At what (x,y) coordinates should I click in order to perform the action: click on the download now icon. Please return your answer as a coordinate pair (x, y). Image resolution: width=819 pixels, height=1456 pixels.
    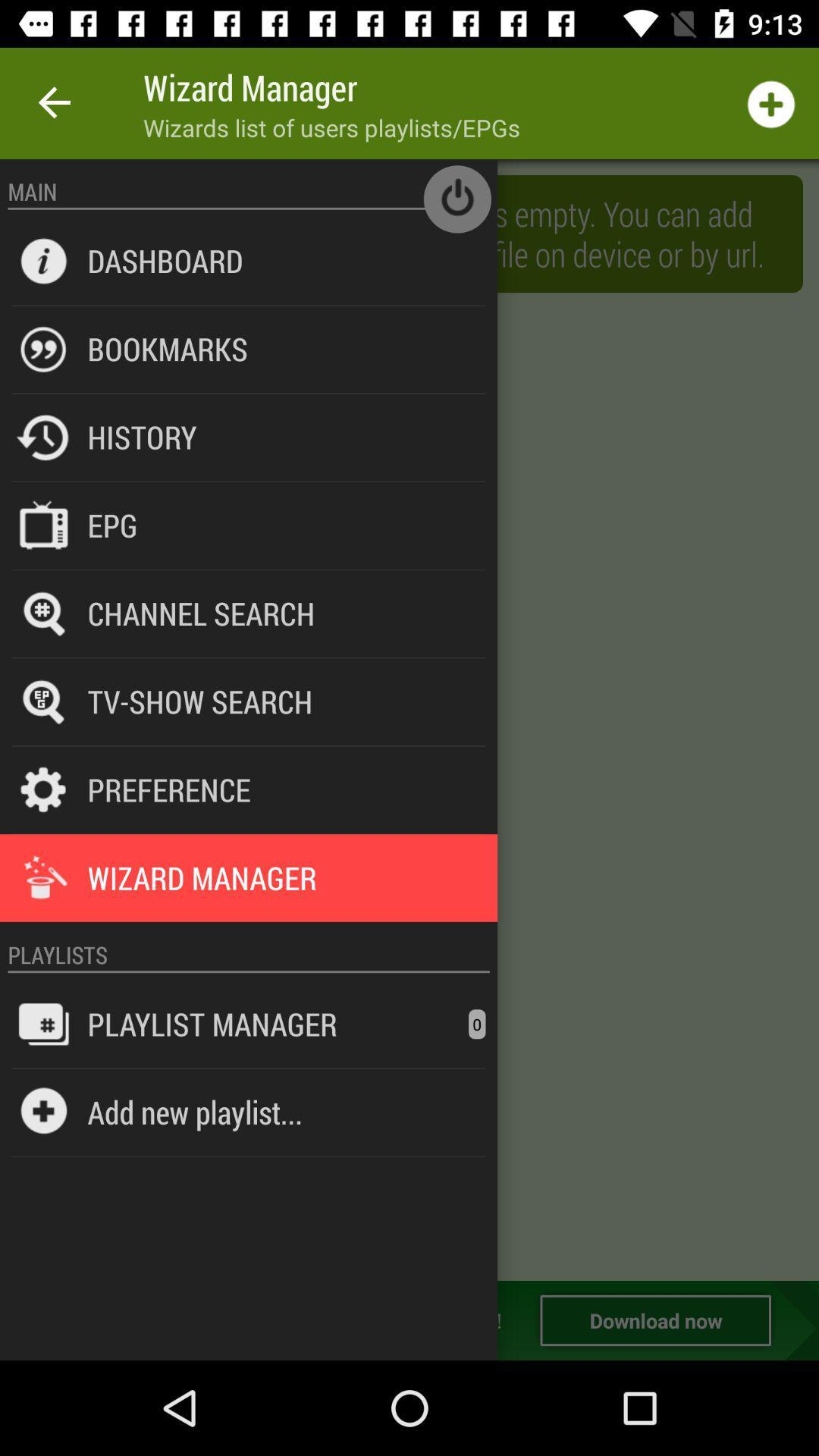
    Looking at the image, I should click on (654, 1319).